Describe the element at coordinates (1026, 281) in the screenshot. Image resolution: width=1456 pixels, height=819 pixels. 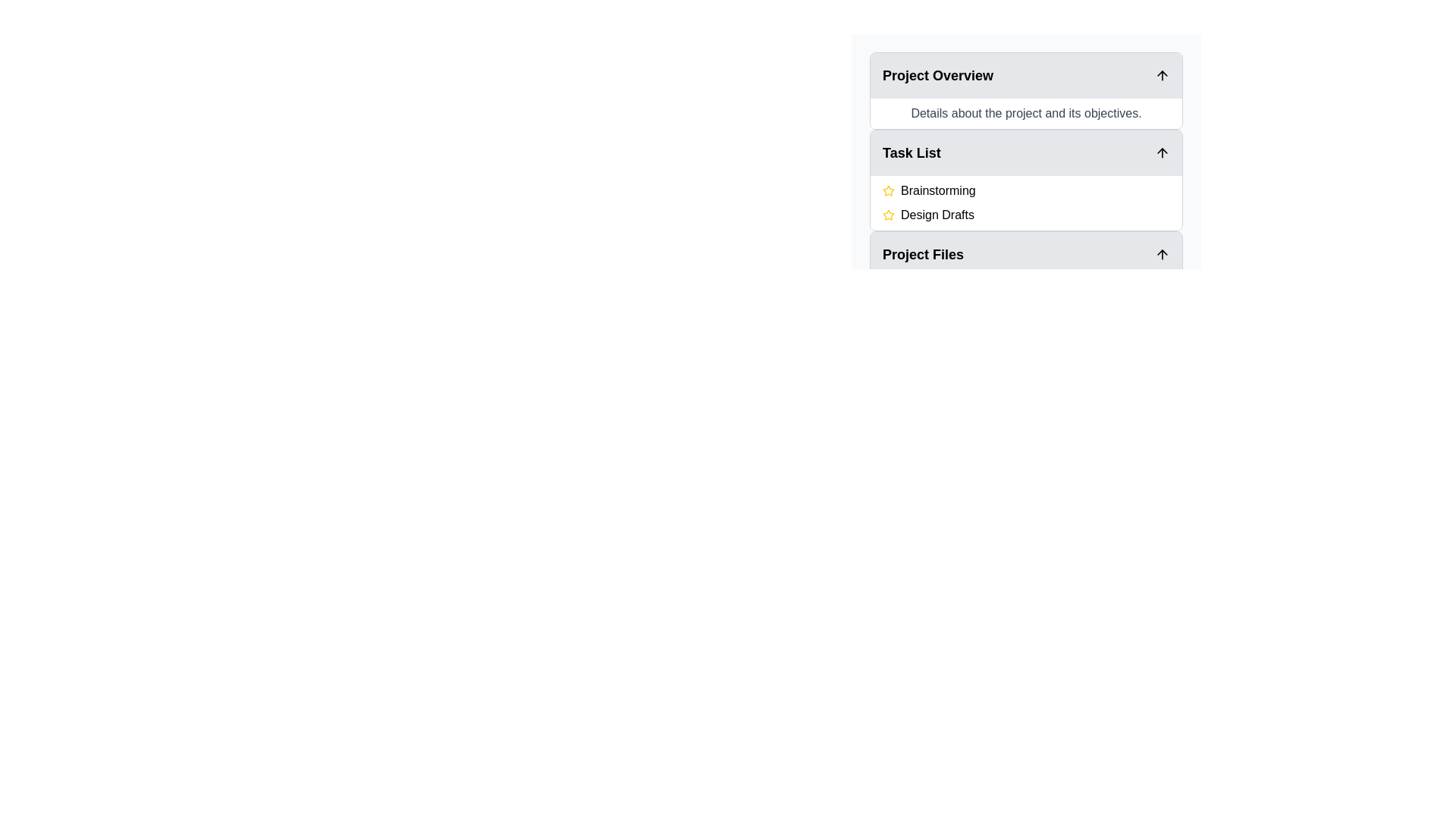
I see `the filenames in the 'Project Files' Collapsible panel` at that location.